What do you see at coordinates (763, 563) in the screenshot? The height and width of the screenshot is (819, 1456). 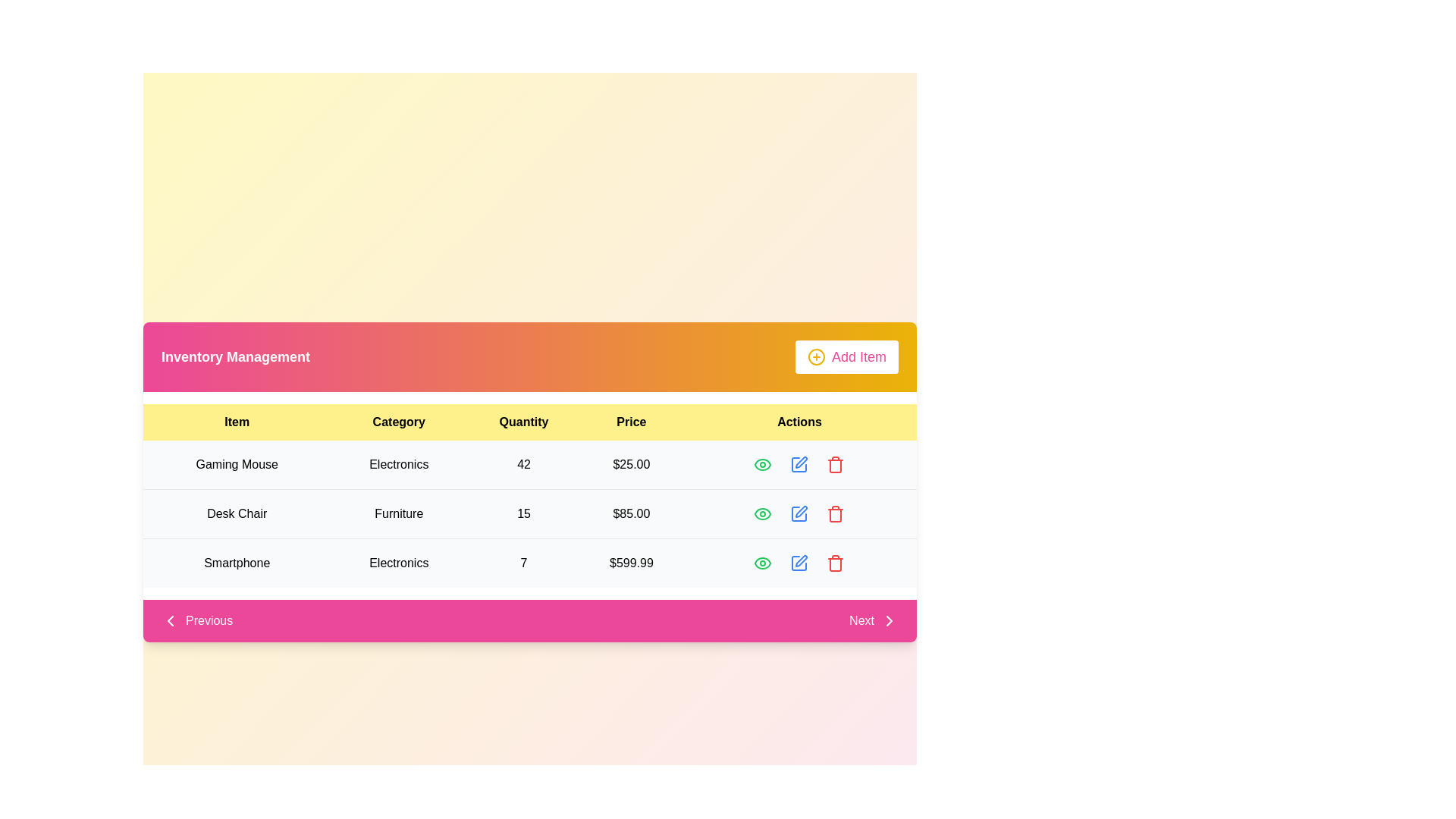 I see `the view icon button located in the 'Actions' column of the table for the 'Smartphone' item` at bounding box center [763, 563].